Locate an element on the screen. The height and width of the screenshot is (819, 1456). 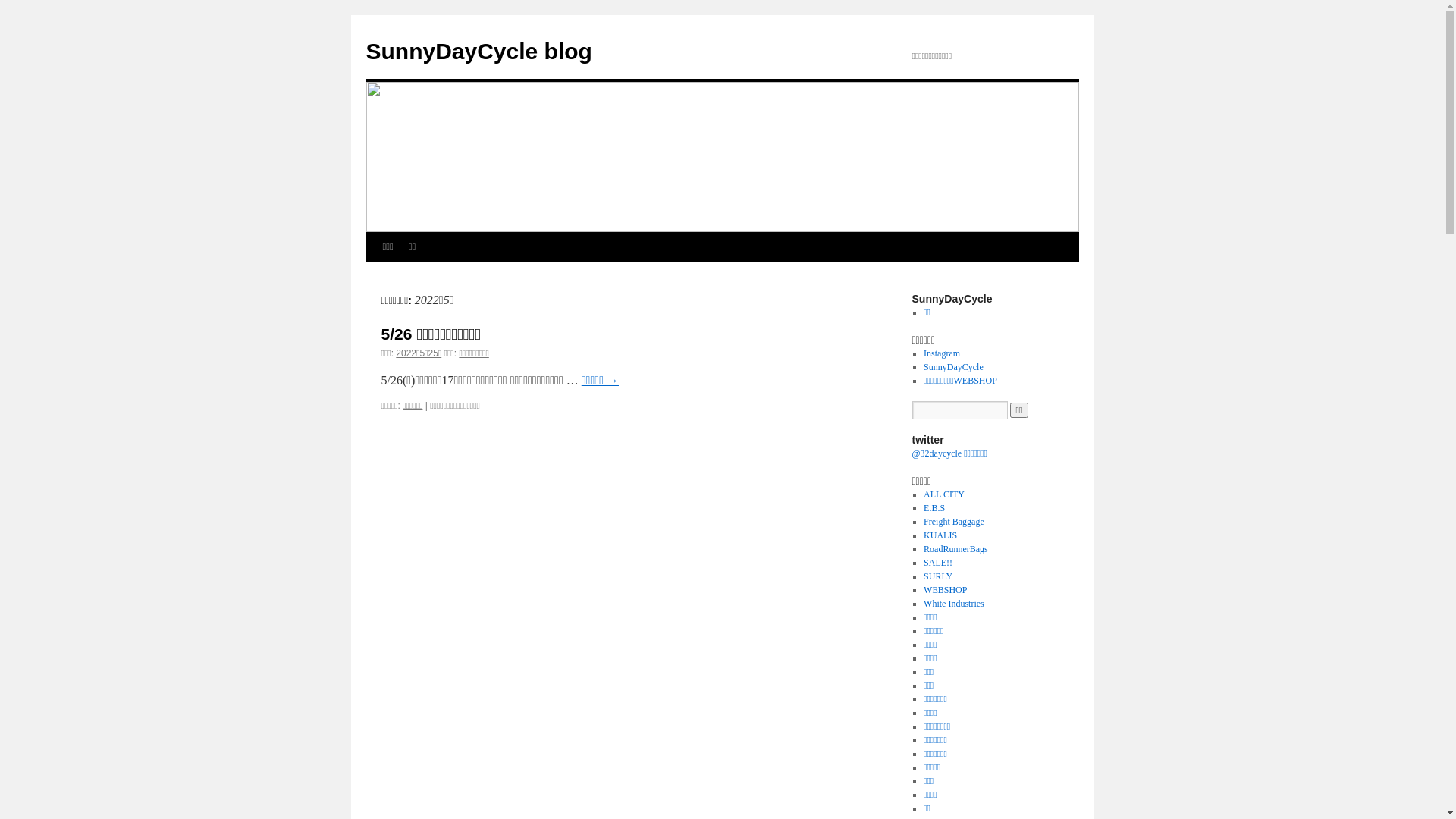
'Instagram' is located at coordinates (941, 353).